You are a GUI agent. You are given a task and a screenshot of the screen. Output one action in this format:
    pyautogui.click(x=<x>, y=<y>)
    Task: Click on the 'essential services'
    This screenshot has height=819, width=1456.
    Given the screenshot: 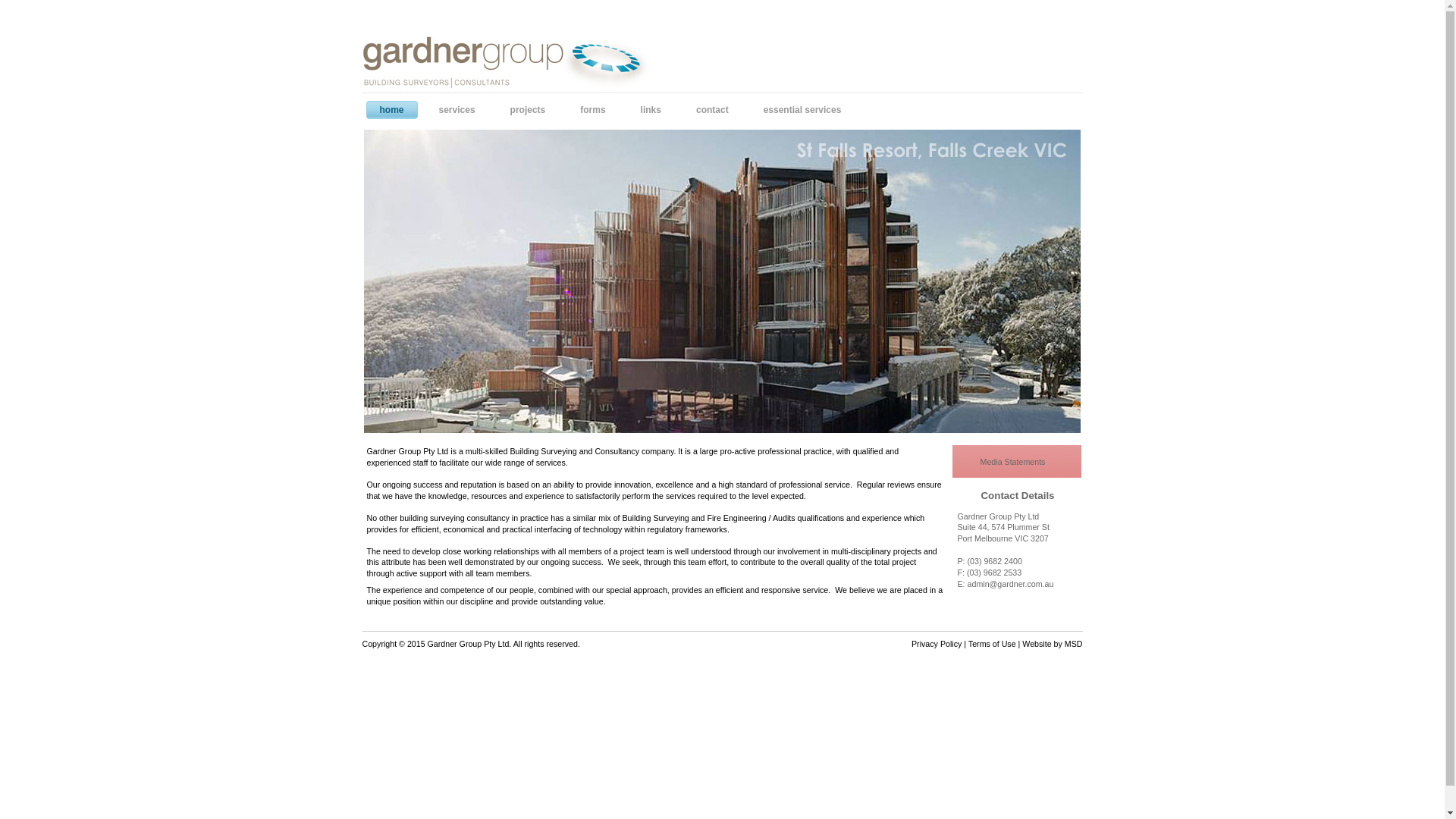 What is the action you would take?
    pyautogui.click(x=805, y=110)
    